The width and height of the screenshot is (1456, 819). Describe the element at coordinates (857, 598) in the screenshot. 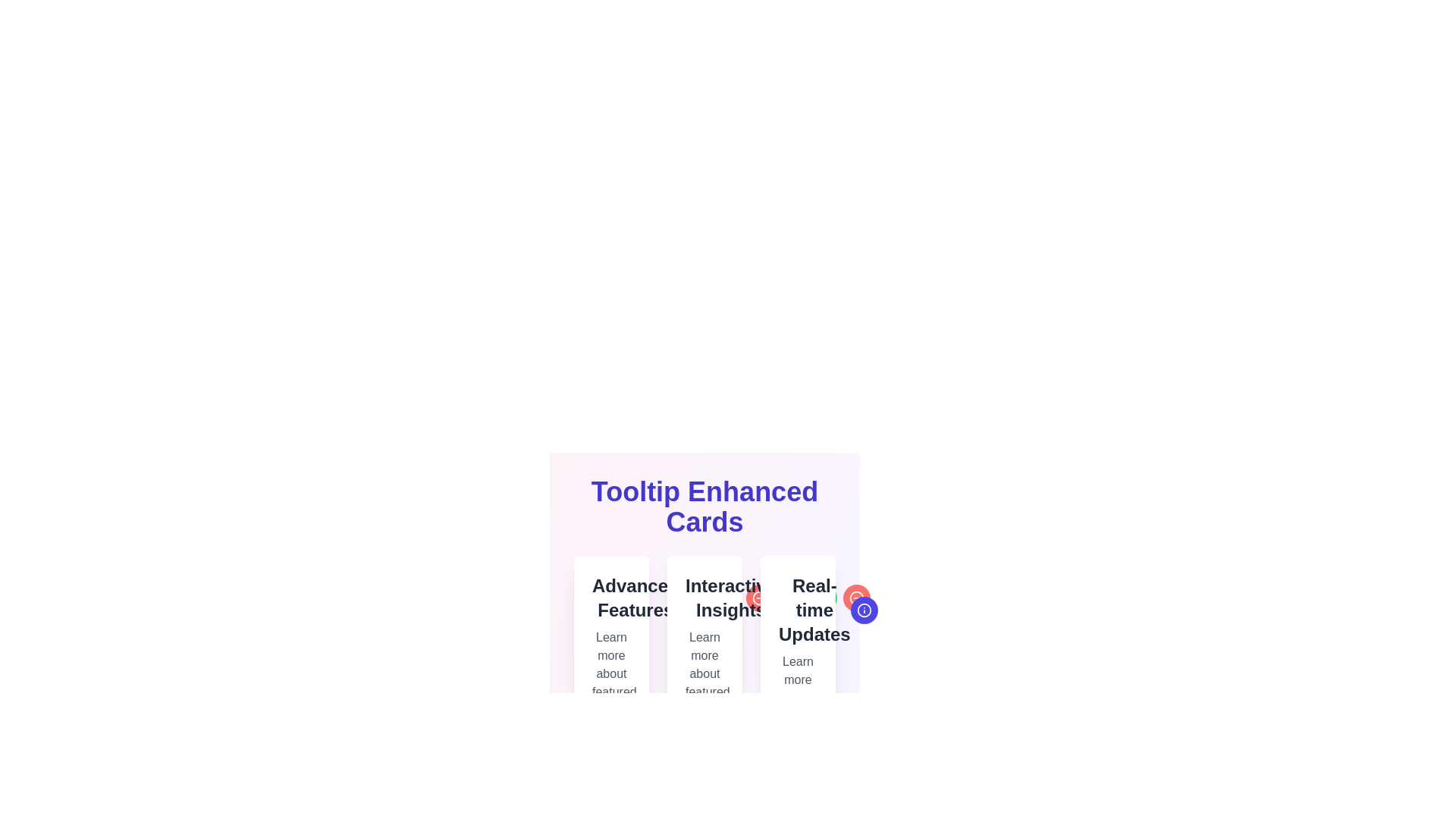

I see `the circular icon button with a red background and a white minus sign located in the bottom-right corner of the 'Real-time Updates' card` at that location.